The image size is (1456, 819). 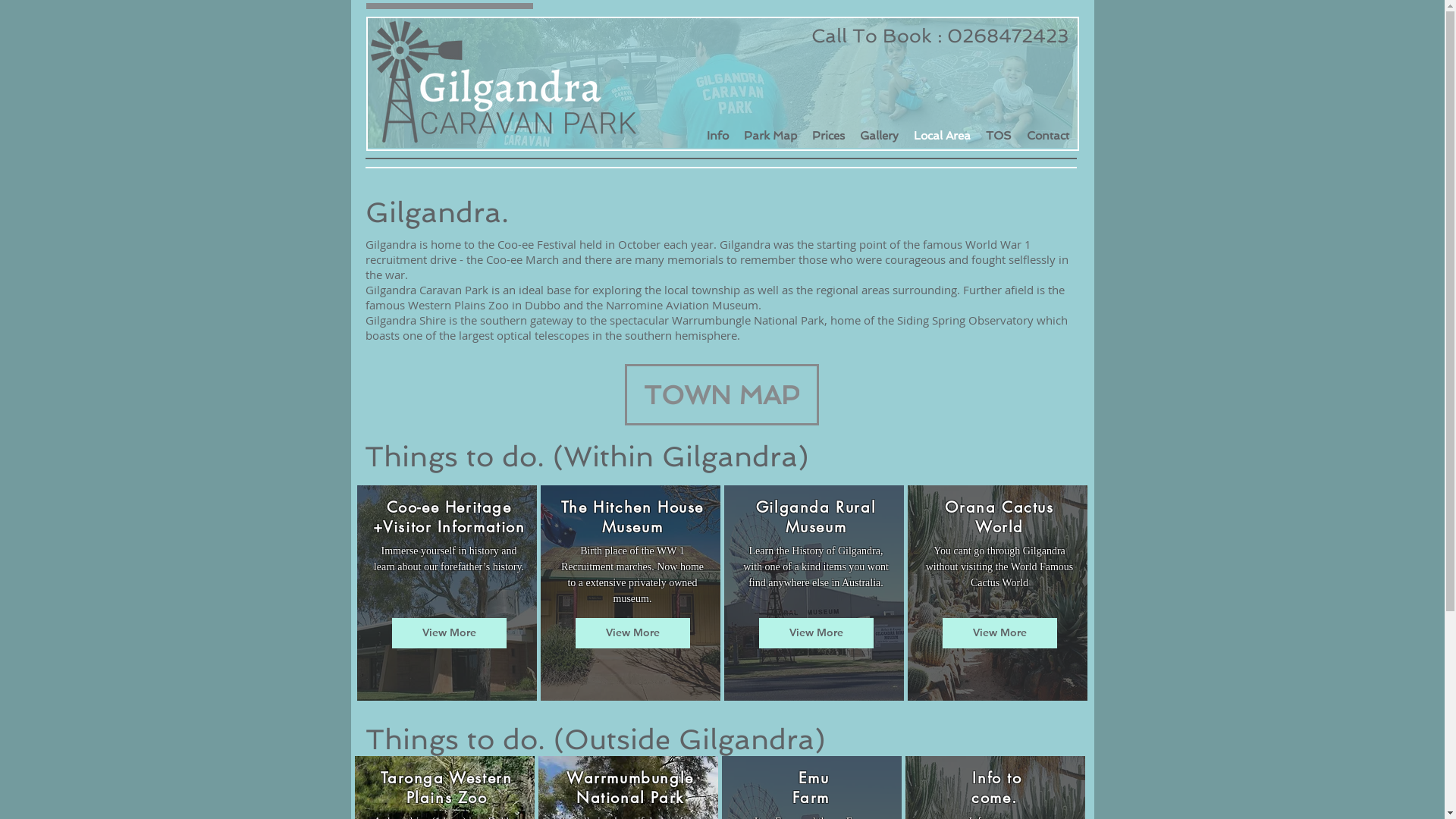 I want to click on 'Gallery', so click(x=879, y=134).